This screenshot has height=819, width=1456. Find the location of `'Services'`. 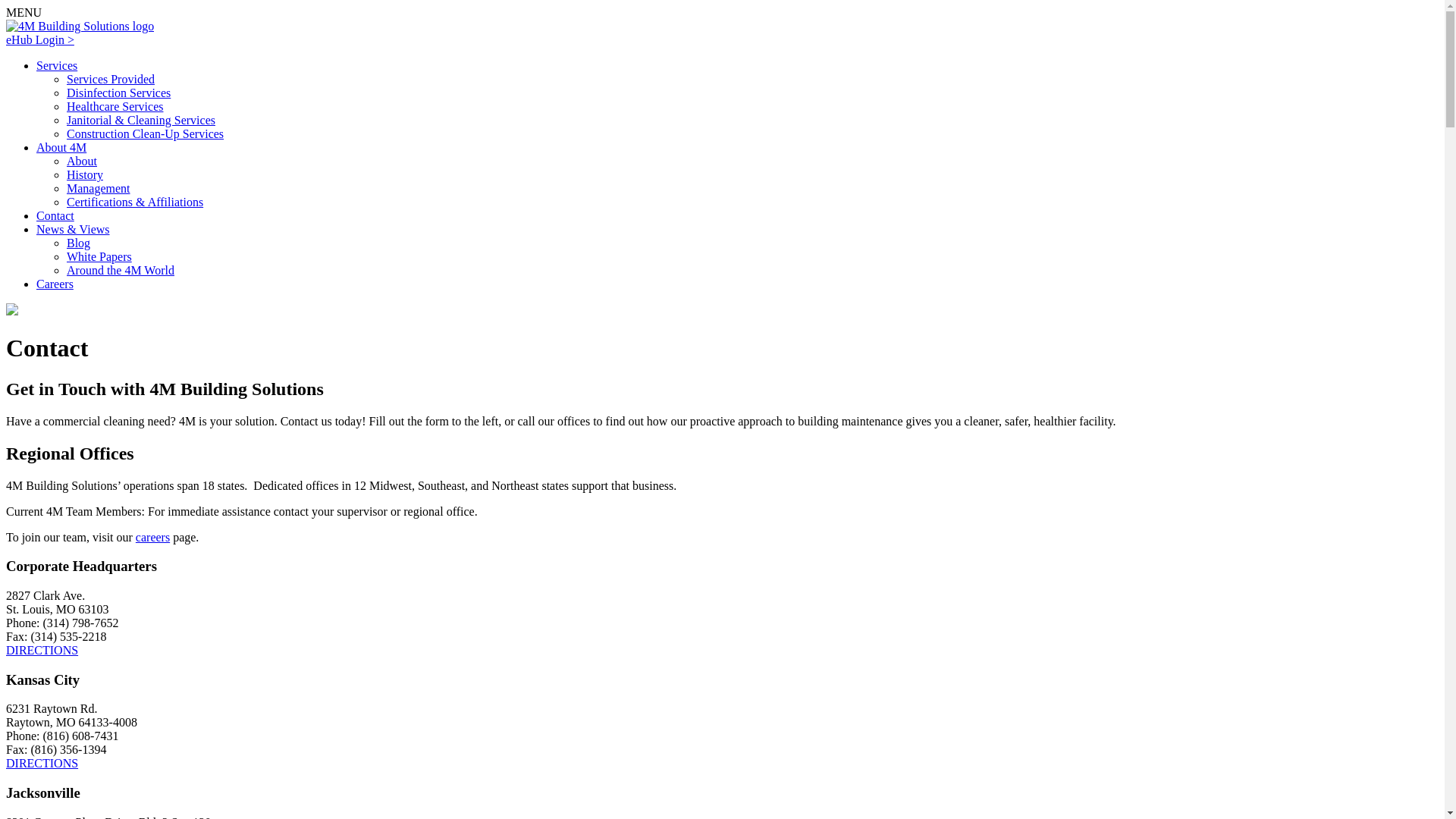

'Services' is located at coordinates (57, 64).